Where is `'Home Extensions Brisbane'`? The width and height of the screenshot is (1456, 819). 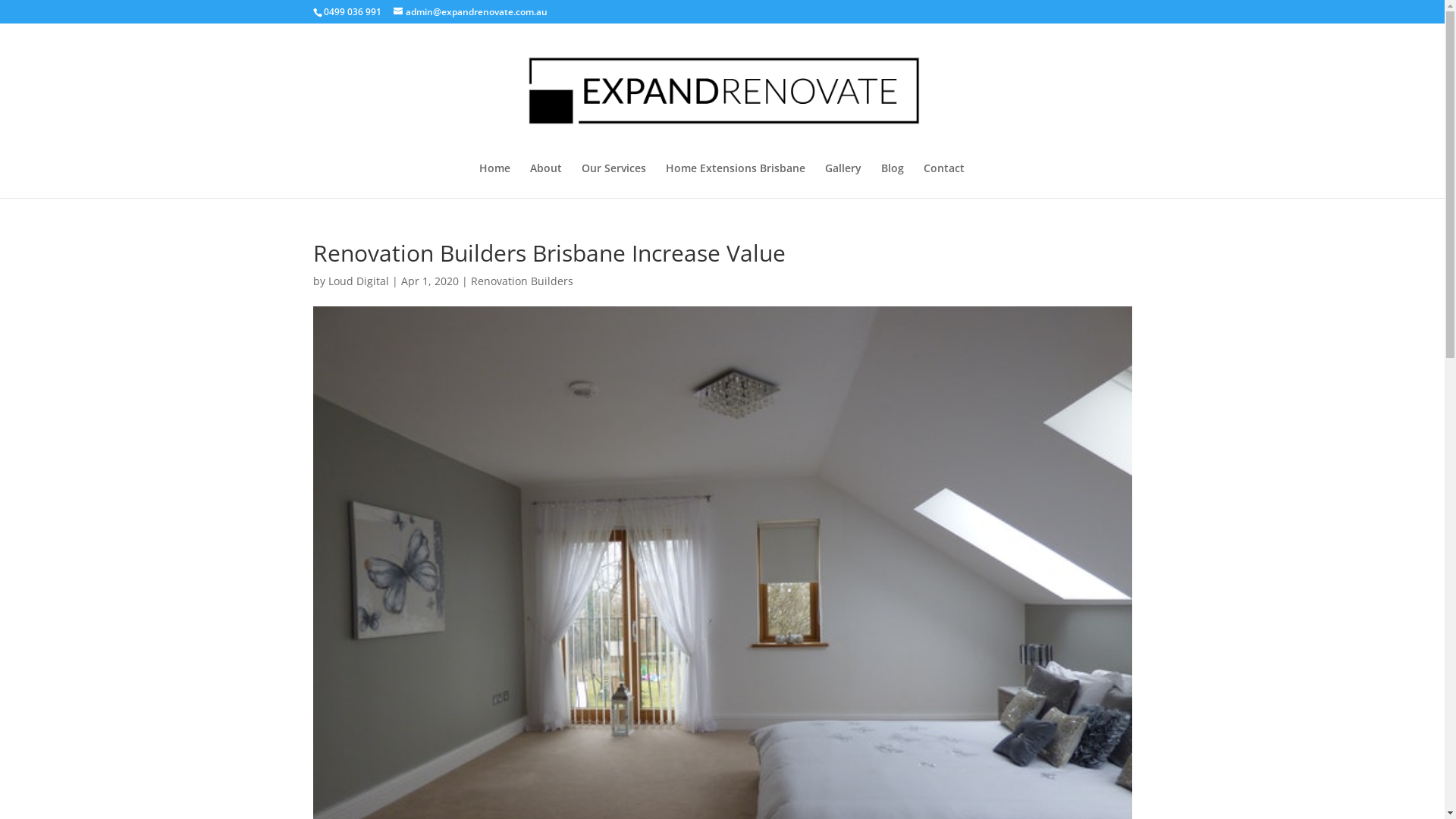 'Home Extensions Brisbane' is located at coordinates (735, 180).